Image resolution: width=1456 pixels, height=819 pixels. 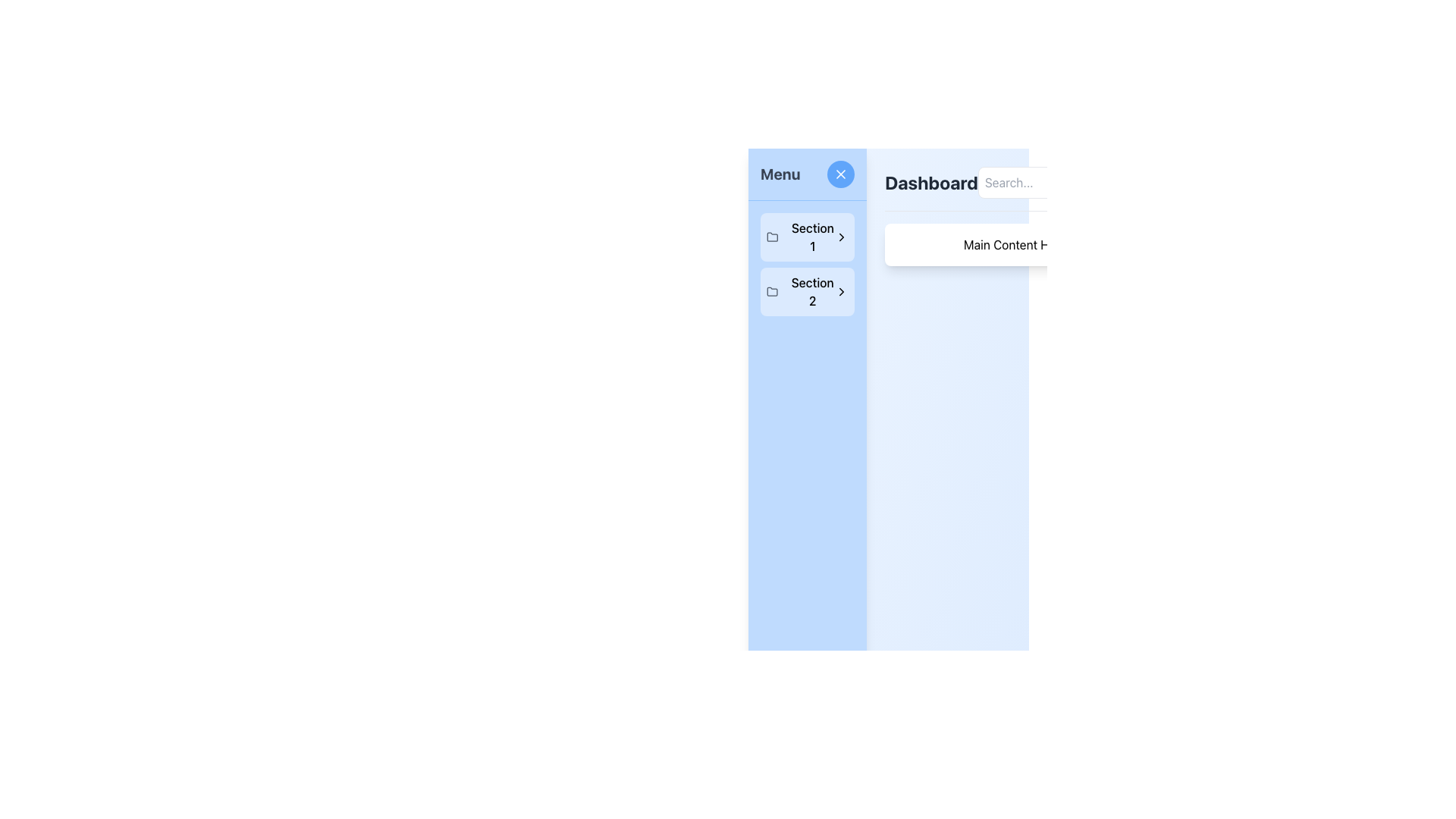 What do you see at coordinates (1061, 181) in the screenshot?
I see `the search bar located at the right end of the horizontal bar labeled 'Dashboard'` at bounding box center [1061, 181].